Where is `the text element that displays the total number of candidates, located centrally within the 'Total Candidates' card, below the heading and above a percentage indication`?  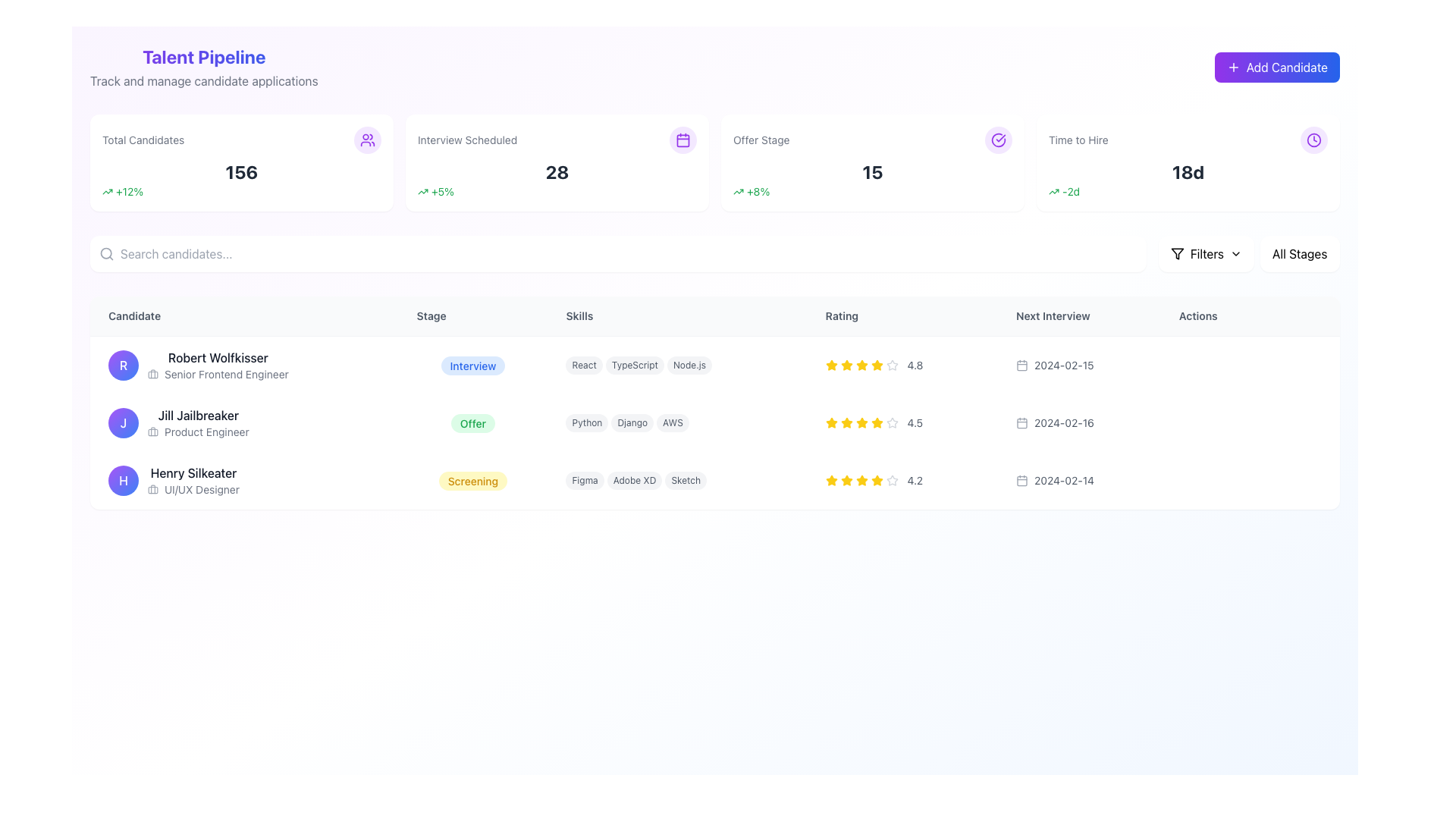
the text element that displays the total number of candidates, located centrally within the 'Total Candidates' card, below the heading and above a percentage indication is located at coordinates (240, 171).